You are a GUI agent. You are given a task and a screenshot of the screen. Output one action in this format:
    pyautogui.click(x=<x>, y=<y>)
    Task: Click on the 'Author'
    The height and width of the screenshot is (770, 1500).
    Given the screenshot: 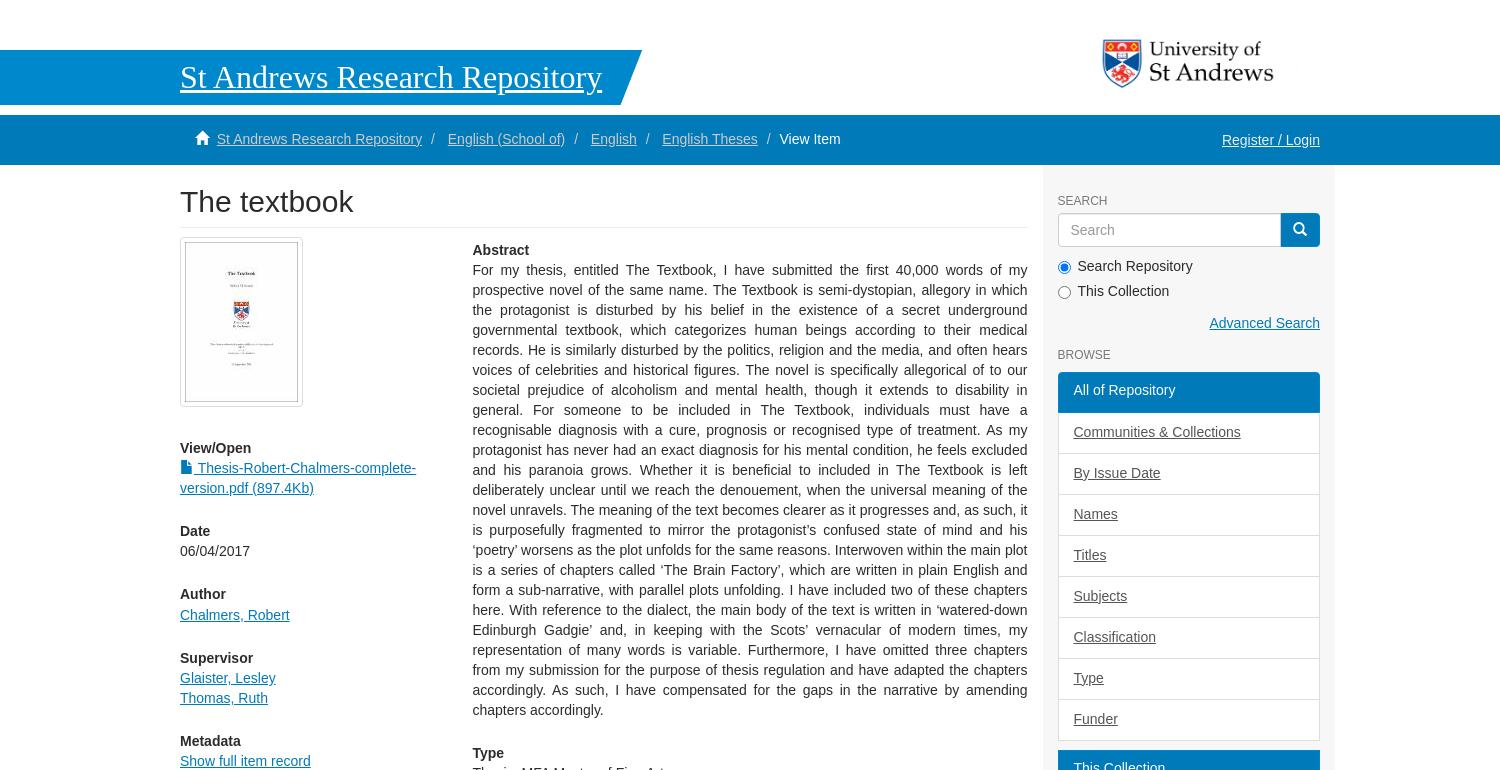 What is the action you would take?
    pyautogui.click(x=201, y=592)
    